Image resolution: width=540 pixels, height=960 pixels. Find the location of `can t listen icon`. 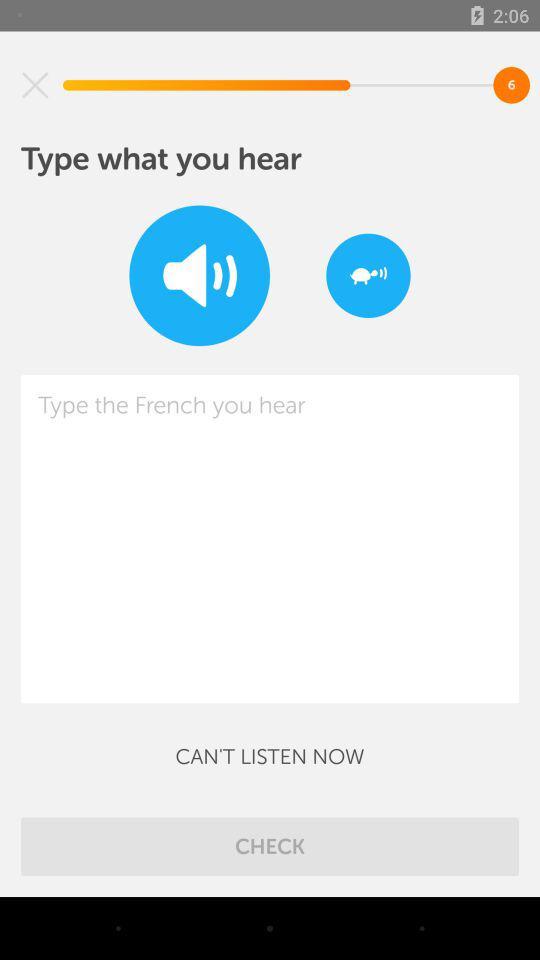

can t listen icon is located at coordinates (270, 755).